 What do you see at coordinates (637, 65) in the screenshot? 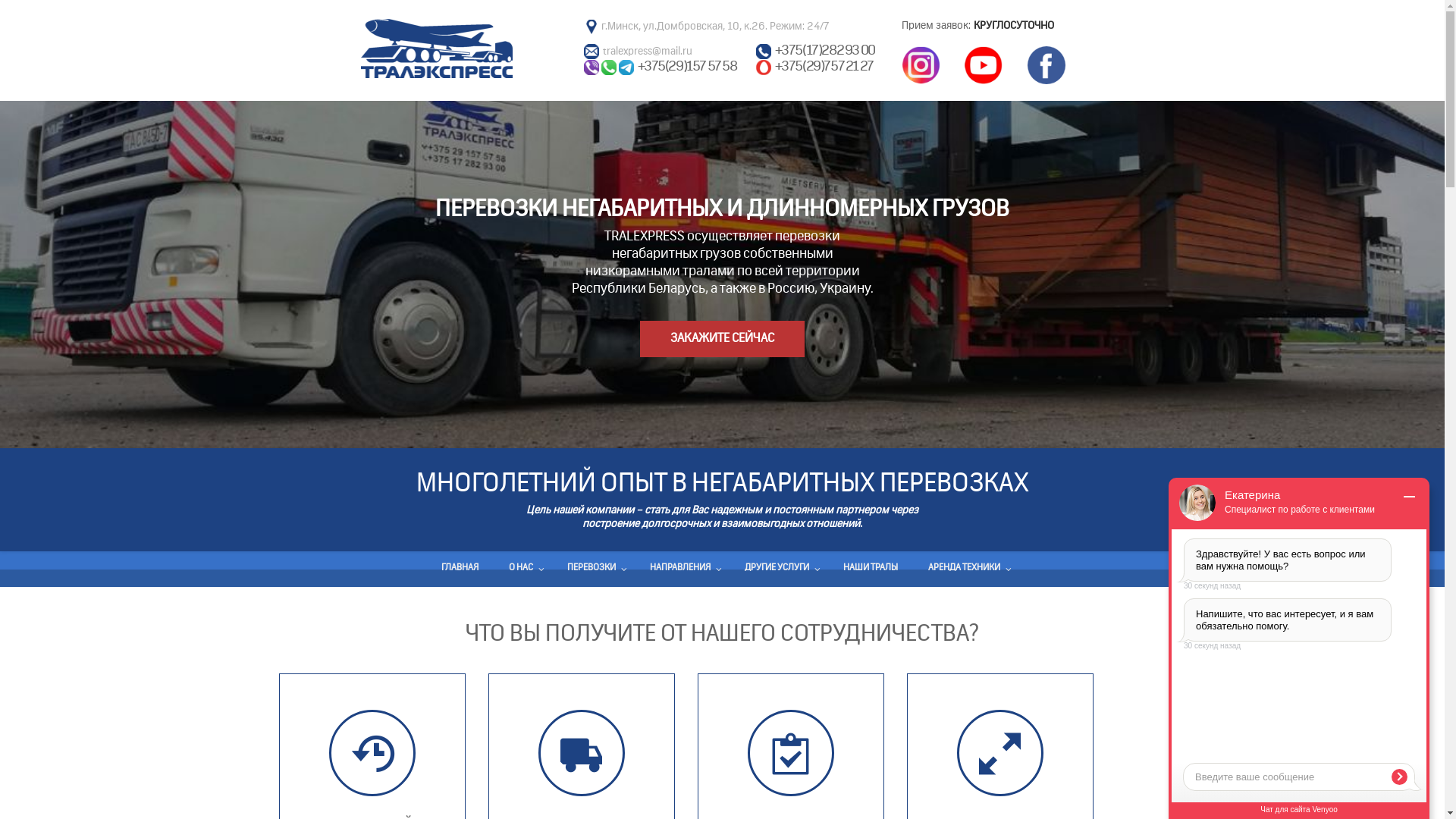
I see `'+375(29)157 57 58'` at bounding box center [637, 65].